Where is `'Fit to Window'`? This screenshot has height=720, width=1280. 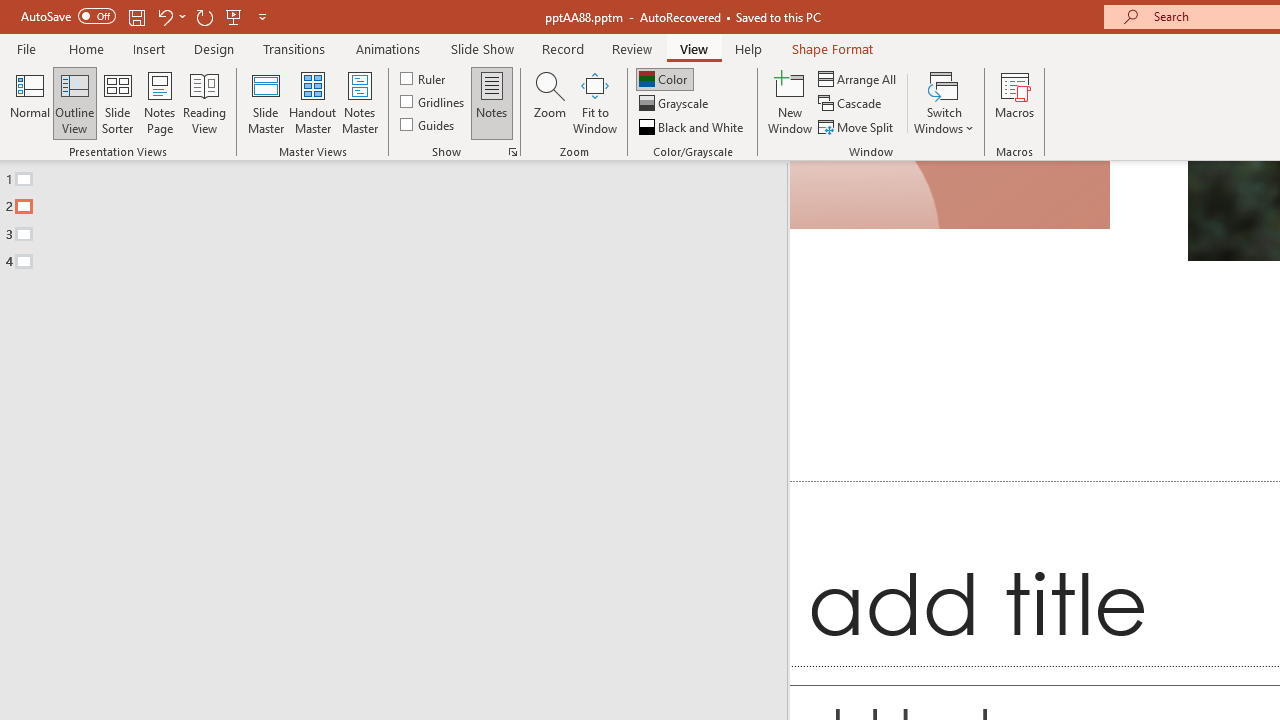
'Fit to Window' is located at coordinates (594, 103).